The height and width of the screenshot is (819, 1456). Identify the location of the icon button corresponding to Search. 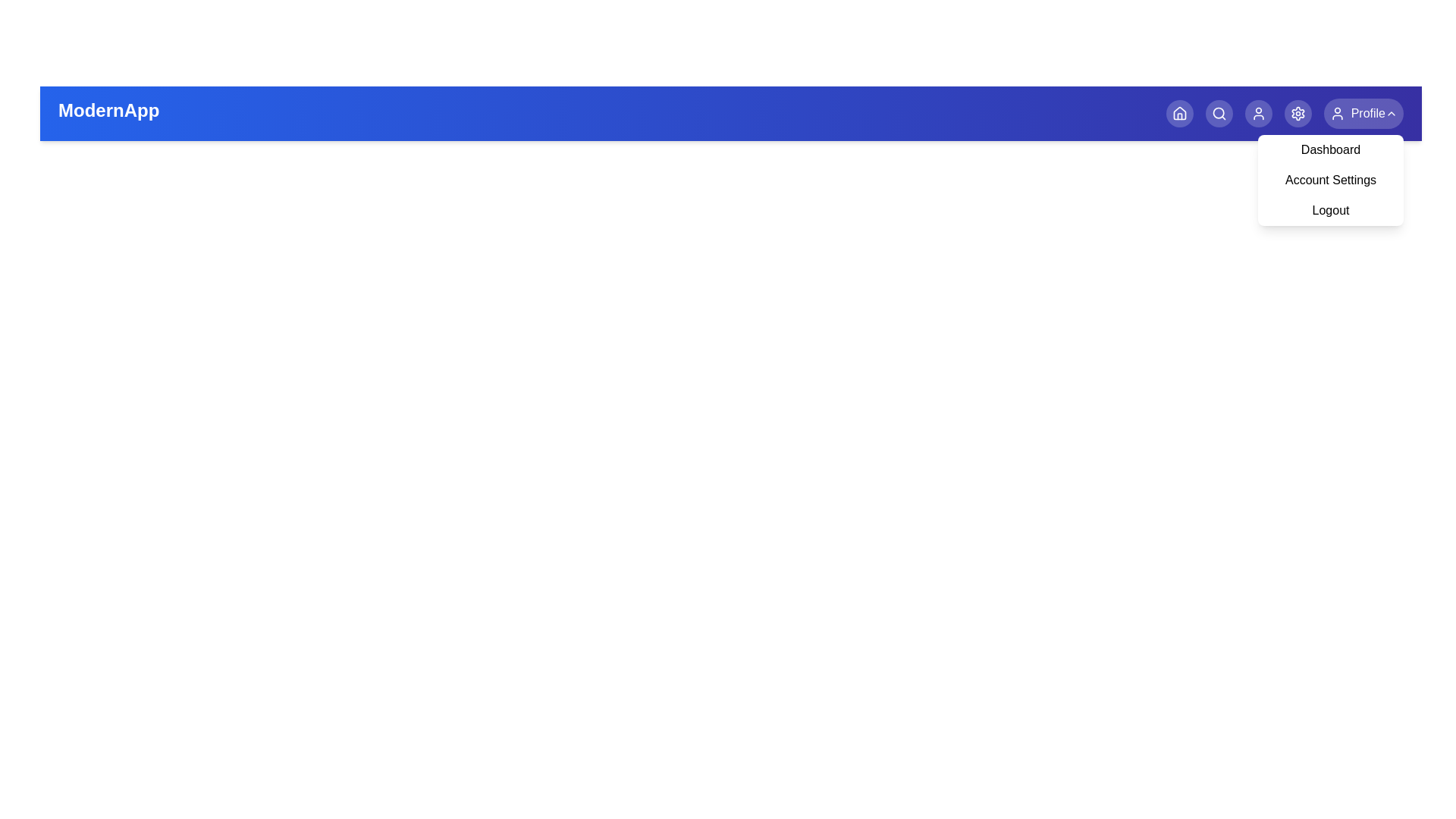
(1219, 113).